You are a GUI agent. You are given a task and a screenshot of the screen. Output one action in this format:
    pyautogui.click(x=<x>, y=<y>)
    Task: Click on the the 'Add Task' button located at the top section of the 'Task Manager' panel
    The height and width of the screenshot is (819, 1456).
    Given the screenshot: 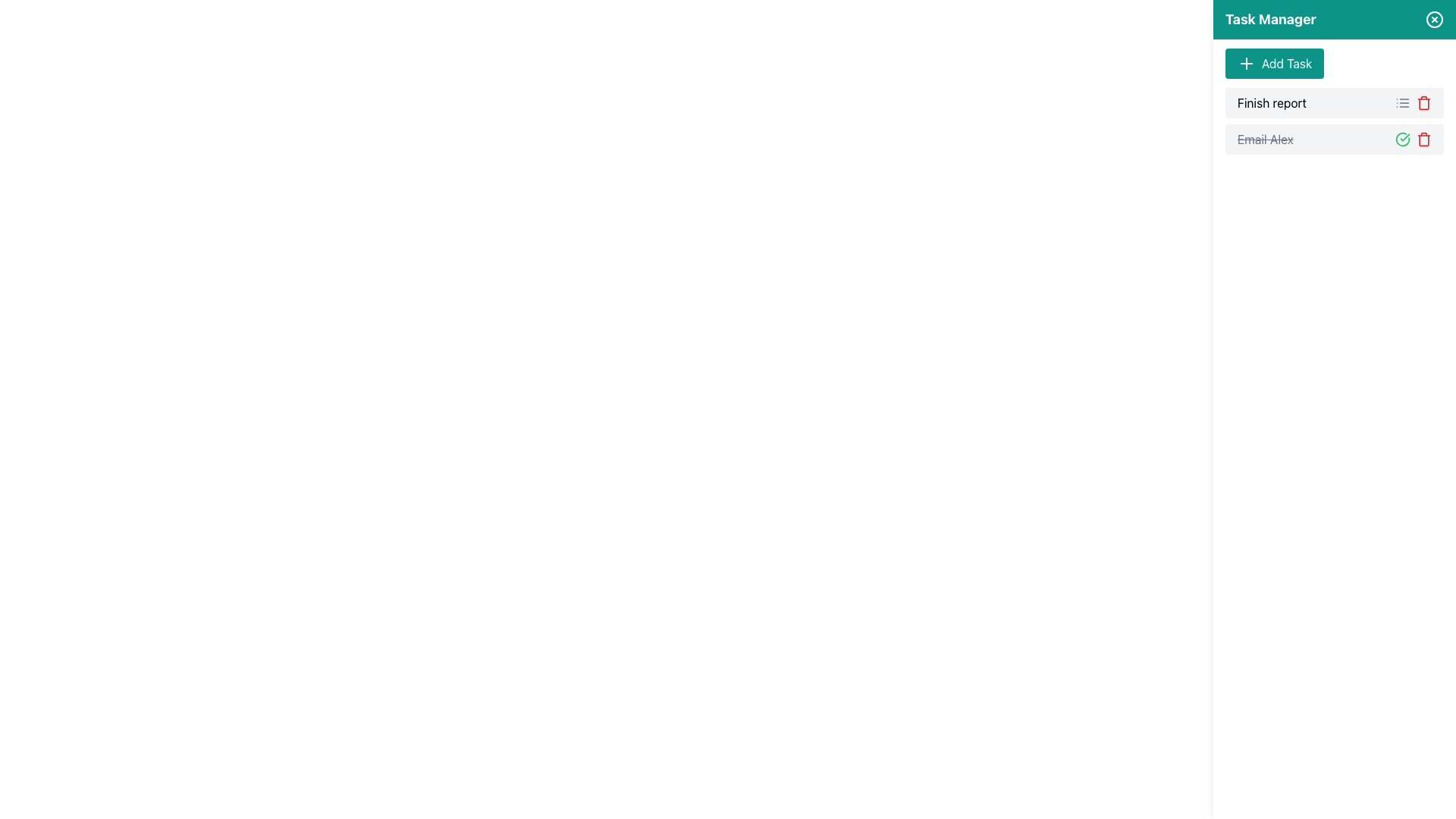 What is the action you would take?
    pyautogui.click(x=1274, y=63)
    